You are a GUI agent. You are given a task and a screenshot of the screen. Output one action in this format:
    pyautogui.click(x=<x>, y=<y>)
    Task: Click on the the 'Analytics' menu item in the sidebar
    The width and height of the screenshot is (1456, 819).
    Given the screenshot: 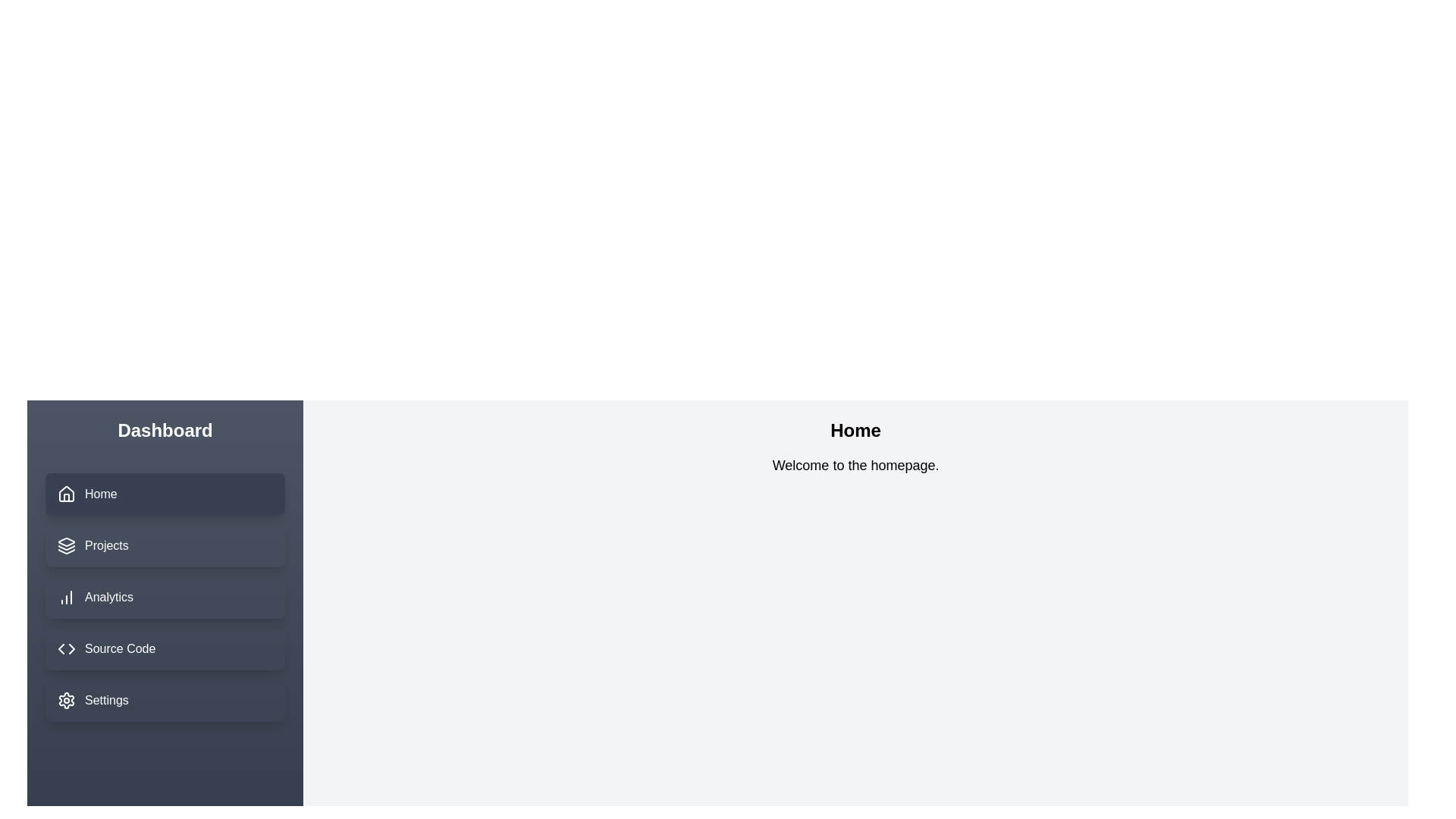 What is the action you would take?
    pyautogui.click(x=165, y=596)
    